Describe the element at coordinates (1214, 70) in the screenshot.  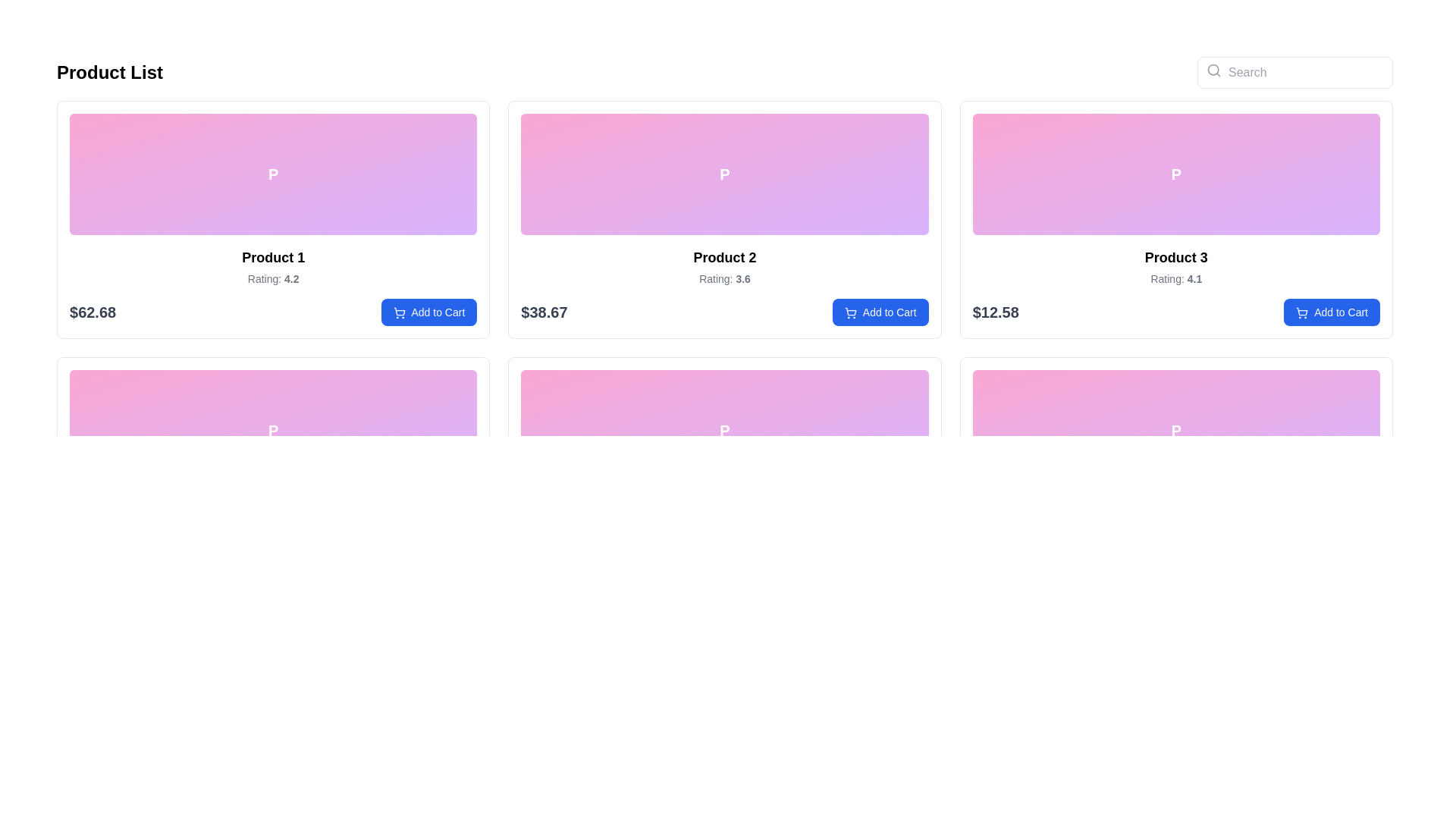
I see `the search icon represented by a gray magnifying glass symbol located on the left side of the search input field at the top-right corner of the page` at that location.